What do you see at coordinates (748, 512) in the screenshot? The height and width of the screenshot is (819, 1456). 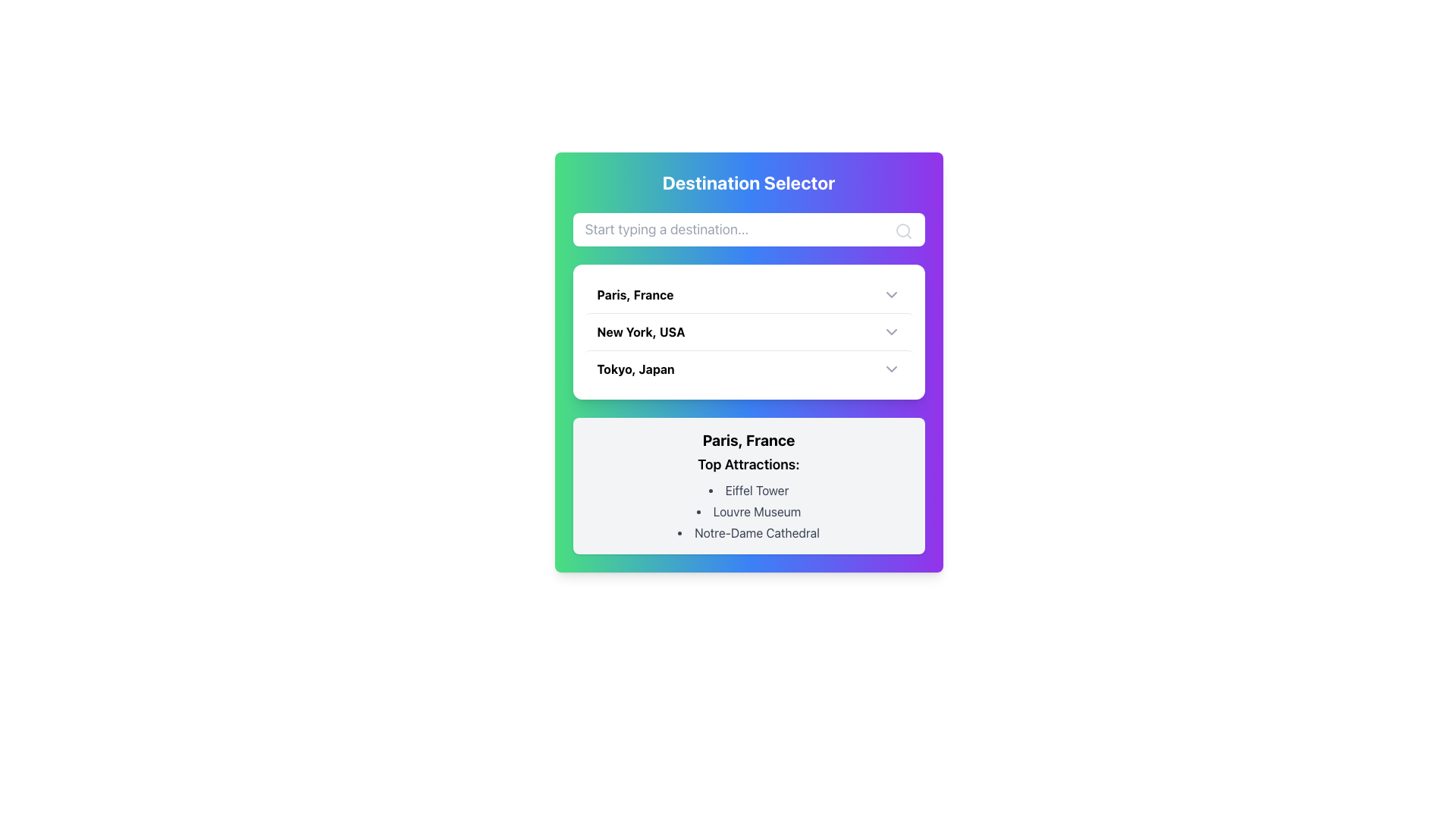 I see `the static text label element displaying 'Louvre Museum' which is the second item in the list of top attractions for Paris, France, positioned between 'Eiffel Tower' and 'Notre-Dame Cathedral'` at bounding box center [748, 512].